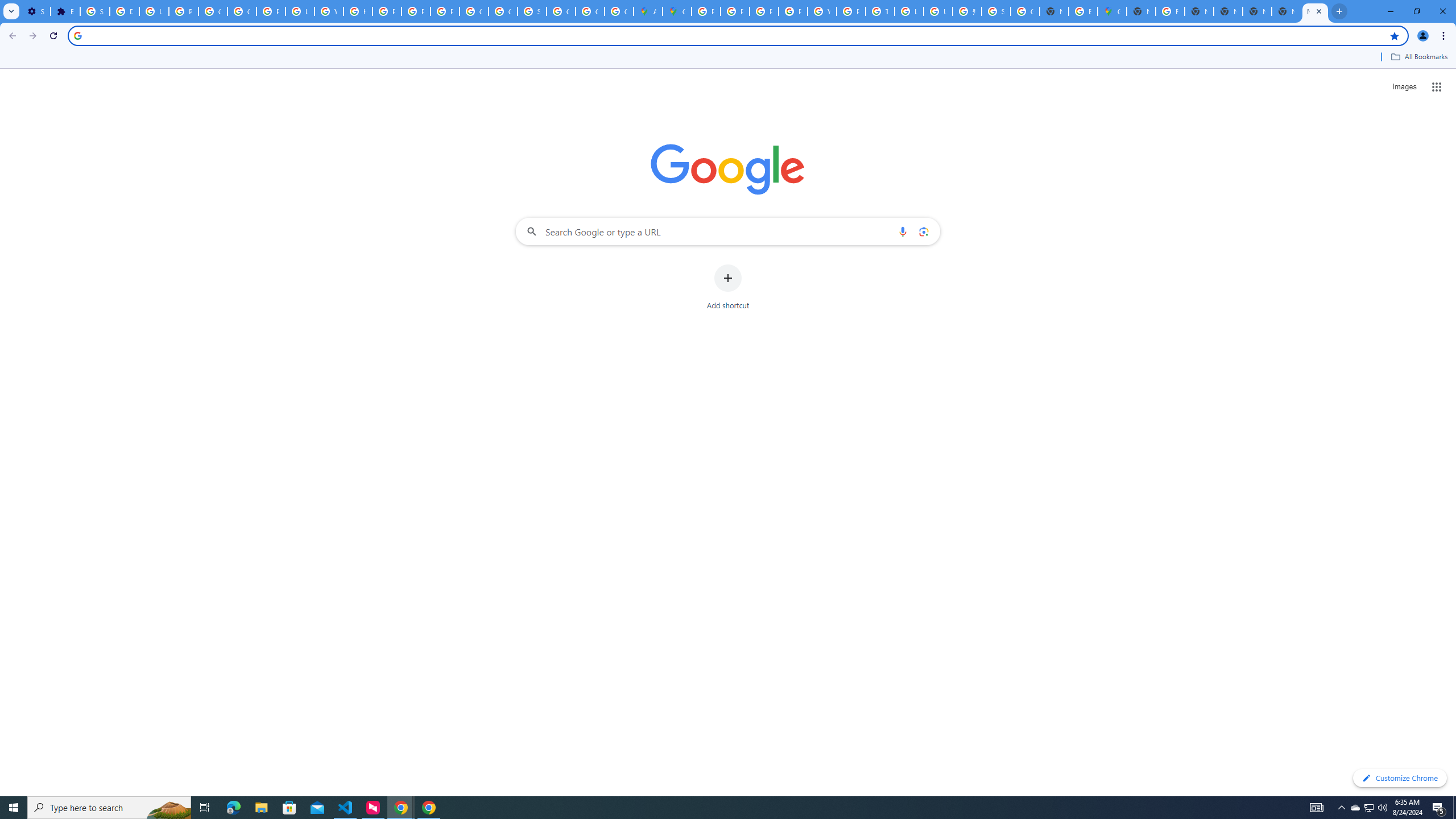  What do you see at coordinates (705, 11) in the screenshot?
I see `'Policy Accountability and Transparency - Transparency Center'` at bounding box center [705, 11].